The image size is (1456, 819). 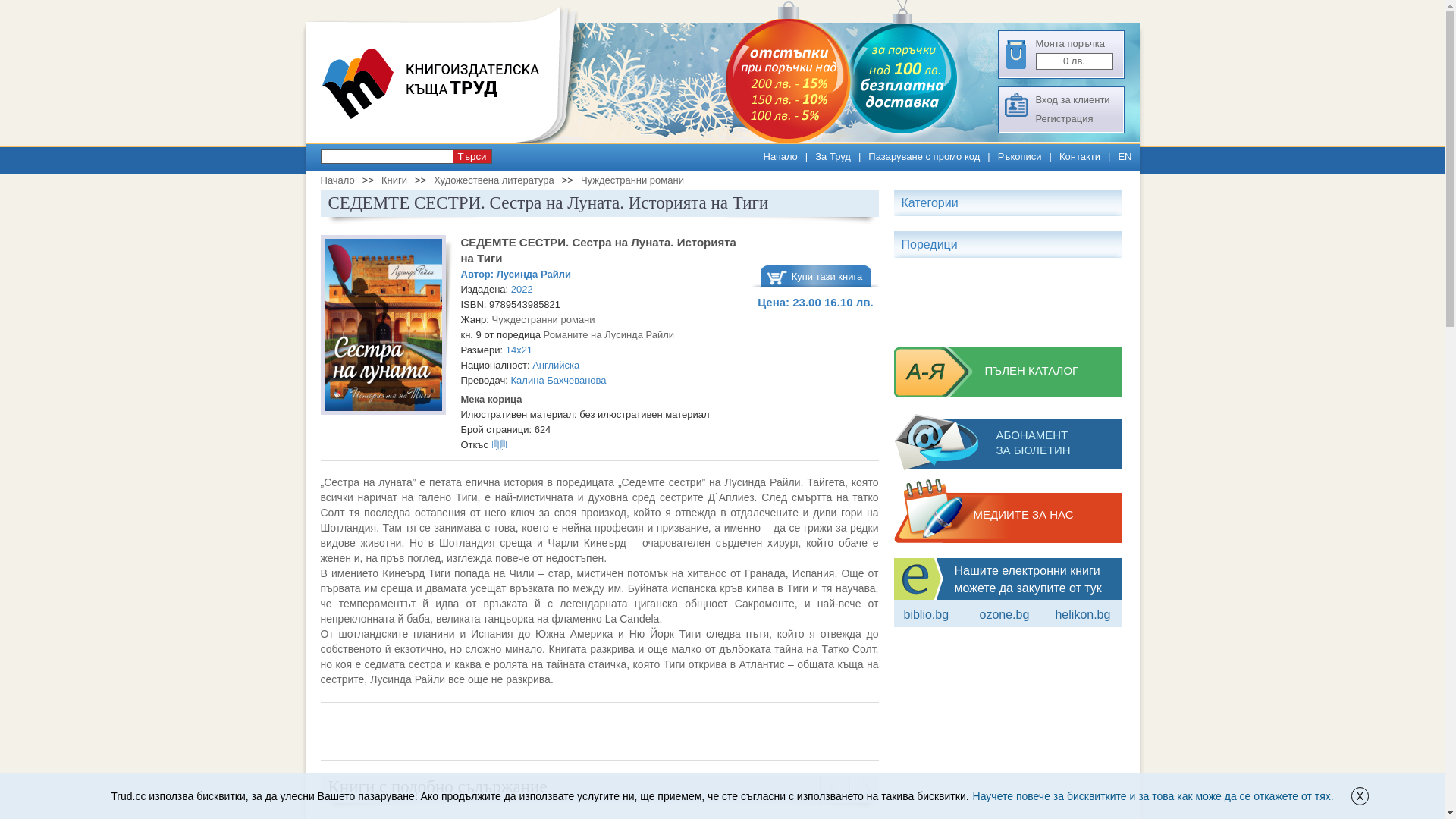 What do you see at coordinates (1360, 795) in the screenshot?
I see `'X'` at bounding box center [1360, 795].